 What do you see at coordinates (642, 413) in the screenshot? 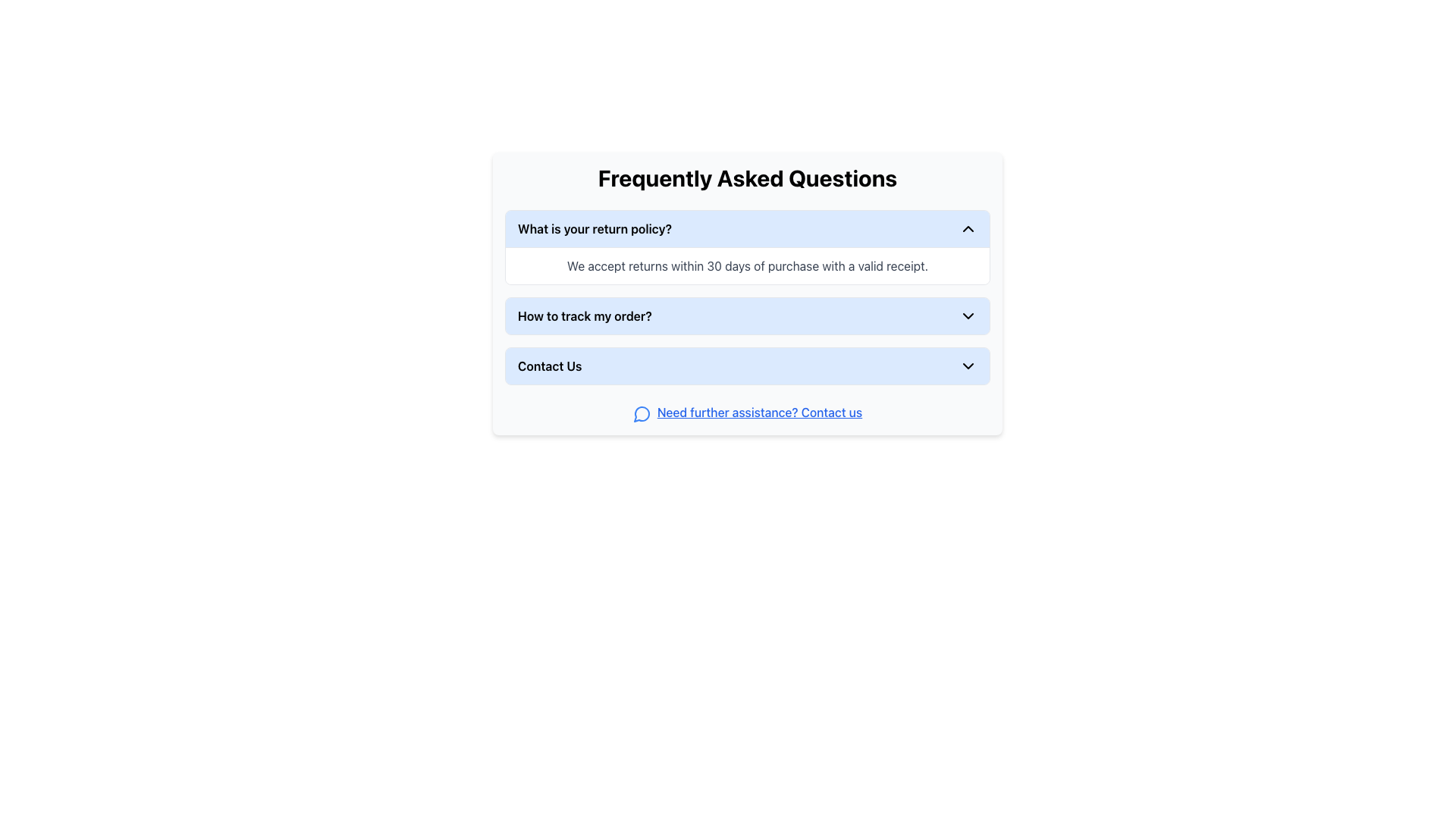
I see `the circular blue speech bubble icon with a hollow center, located below the text link 'Need further assistance? Contact us' in the Contact Us section` at bounding box center [642, 413].